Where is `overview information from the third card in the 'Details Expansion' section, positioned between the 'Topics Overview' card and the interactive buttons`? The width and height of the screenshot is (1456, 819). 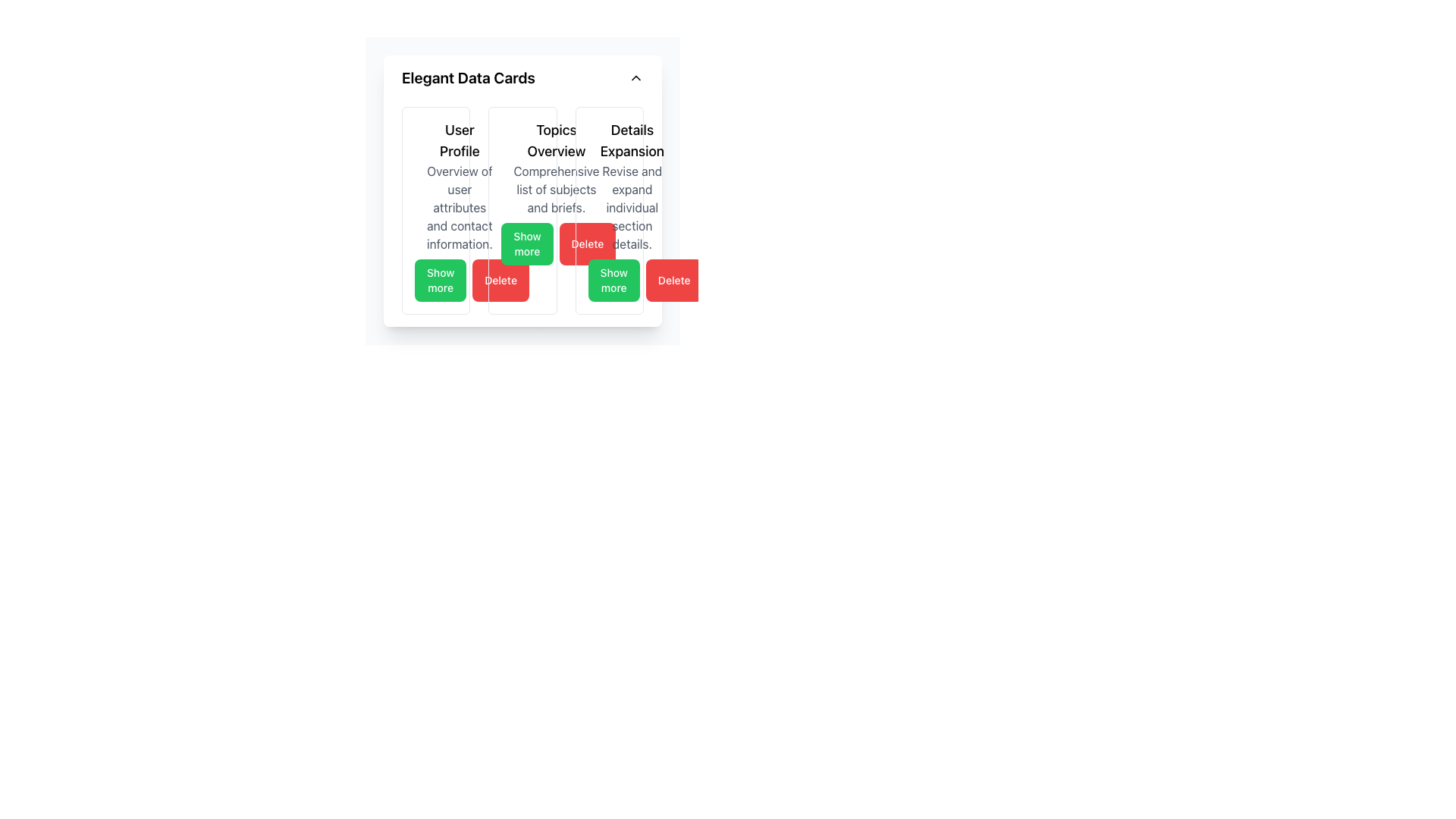
overview information from the third card in the 'Details Expansion' section, positioned between the 'Topics Overview' card and the interactive buttons is located at coordinates (609, 186).